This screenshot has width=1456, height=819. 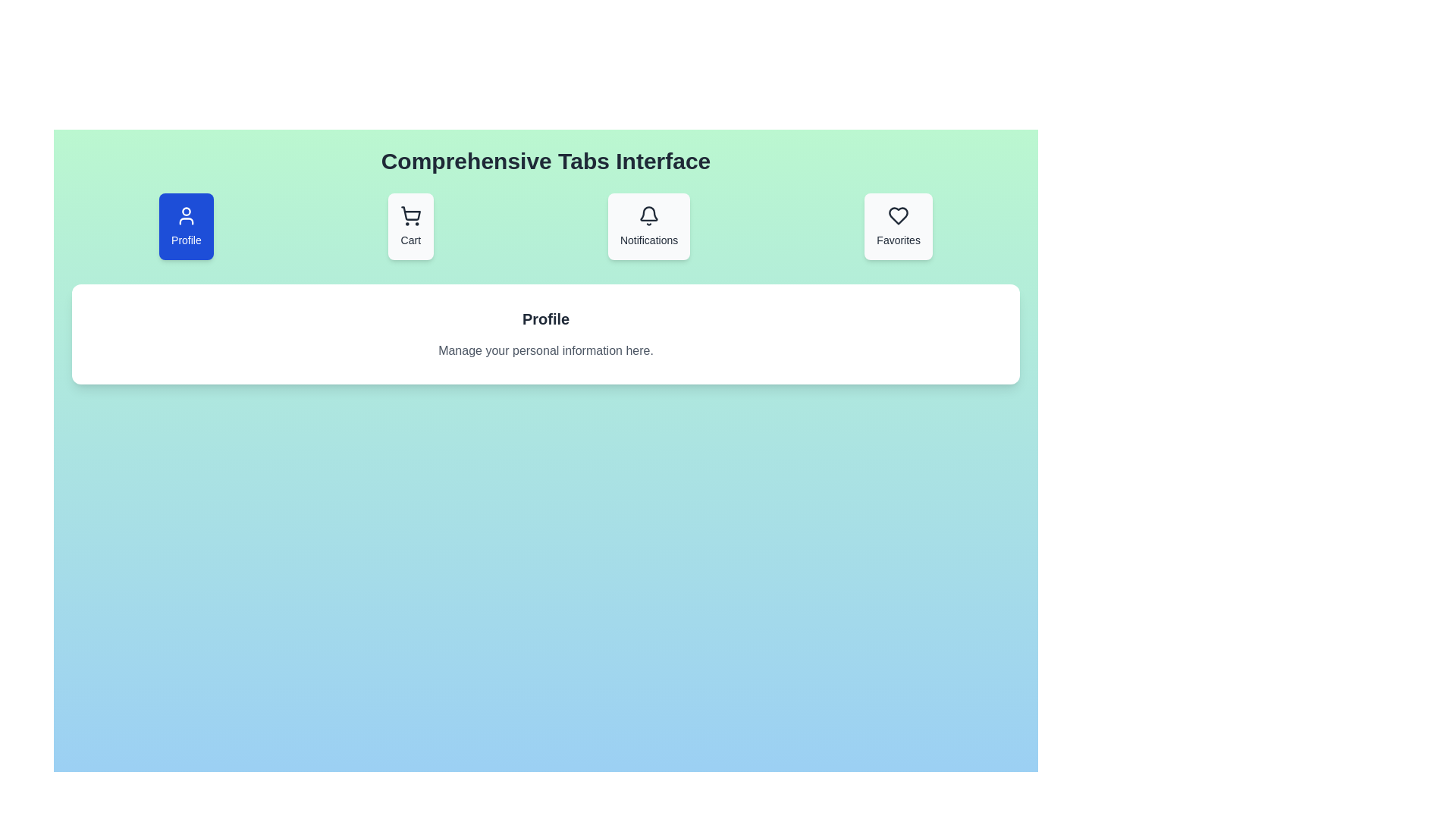 I want to click on the Notifications Button, which is the third button in a horizontal row of four buttons, so click(x=649, y=227).